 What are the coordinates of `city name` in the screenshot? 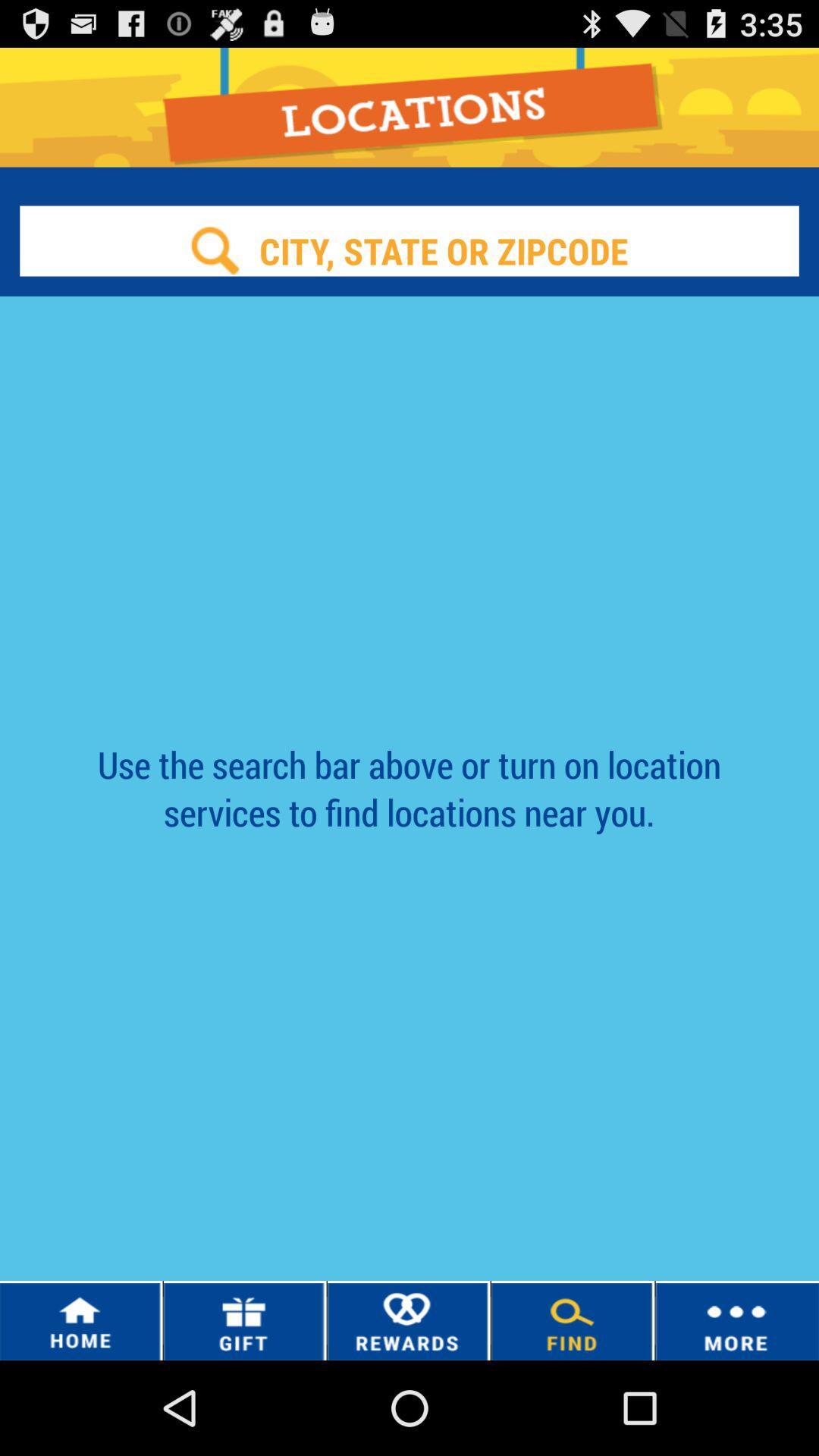 It's located at (408, 250).